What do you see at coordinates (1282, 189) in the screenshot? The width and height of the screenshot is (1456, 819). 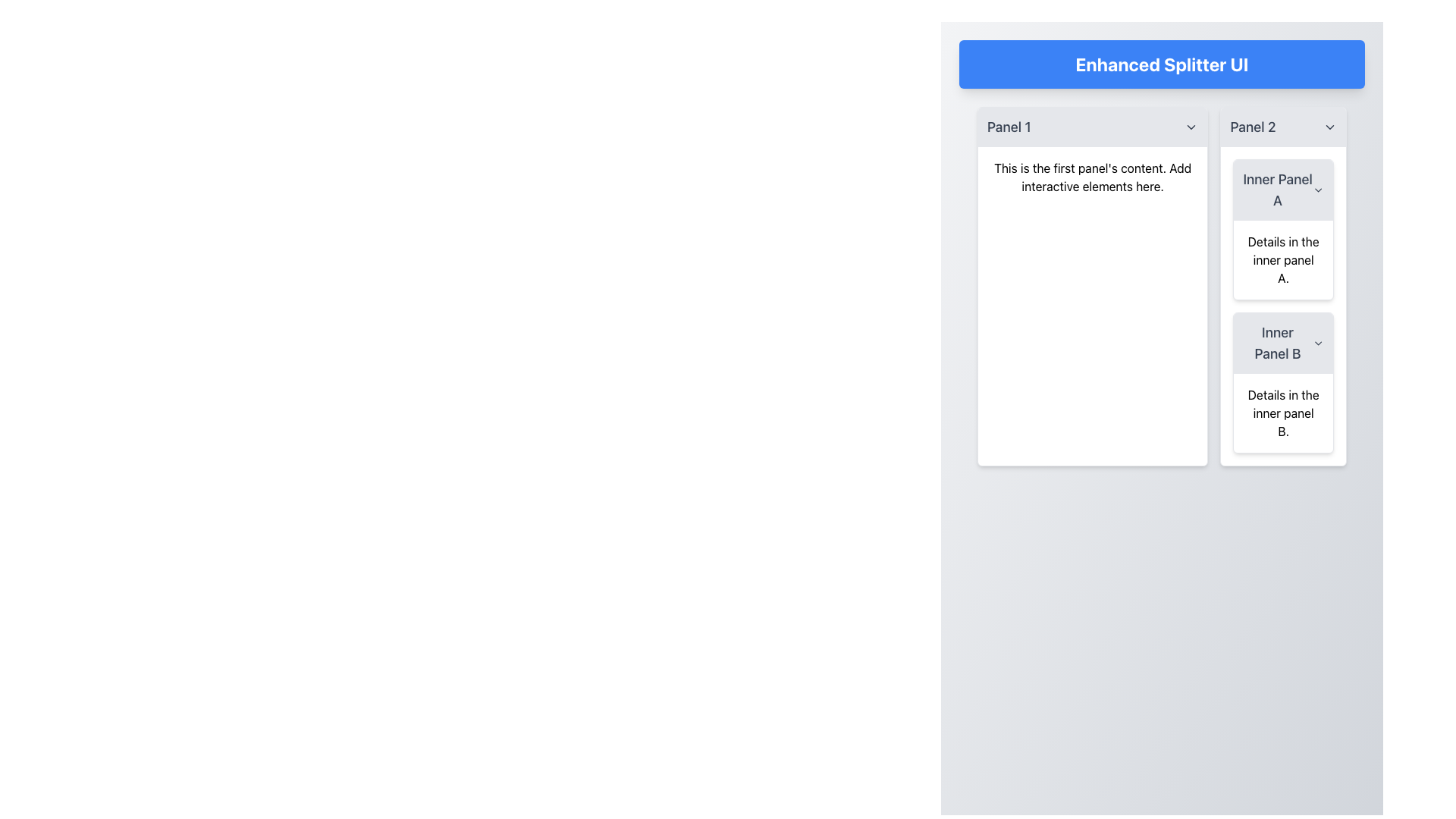 I see `the Collapsible Panel Header that has a light gray background, rounded corners, and contains the text 'Inner Panel A' with a downward-facing arrow icon` at bounding box center [1282, 189].